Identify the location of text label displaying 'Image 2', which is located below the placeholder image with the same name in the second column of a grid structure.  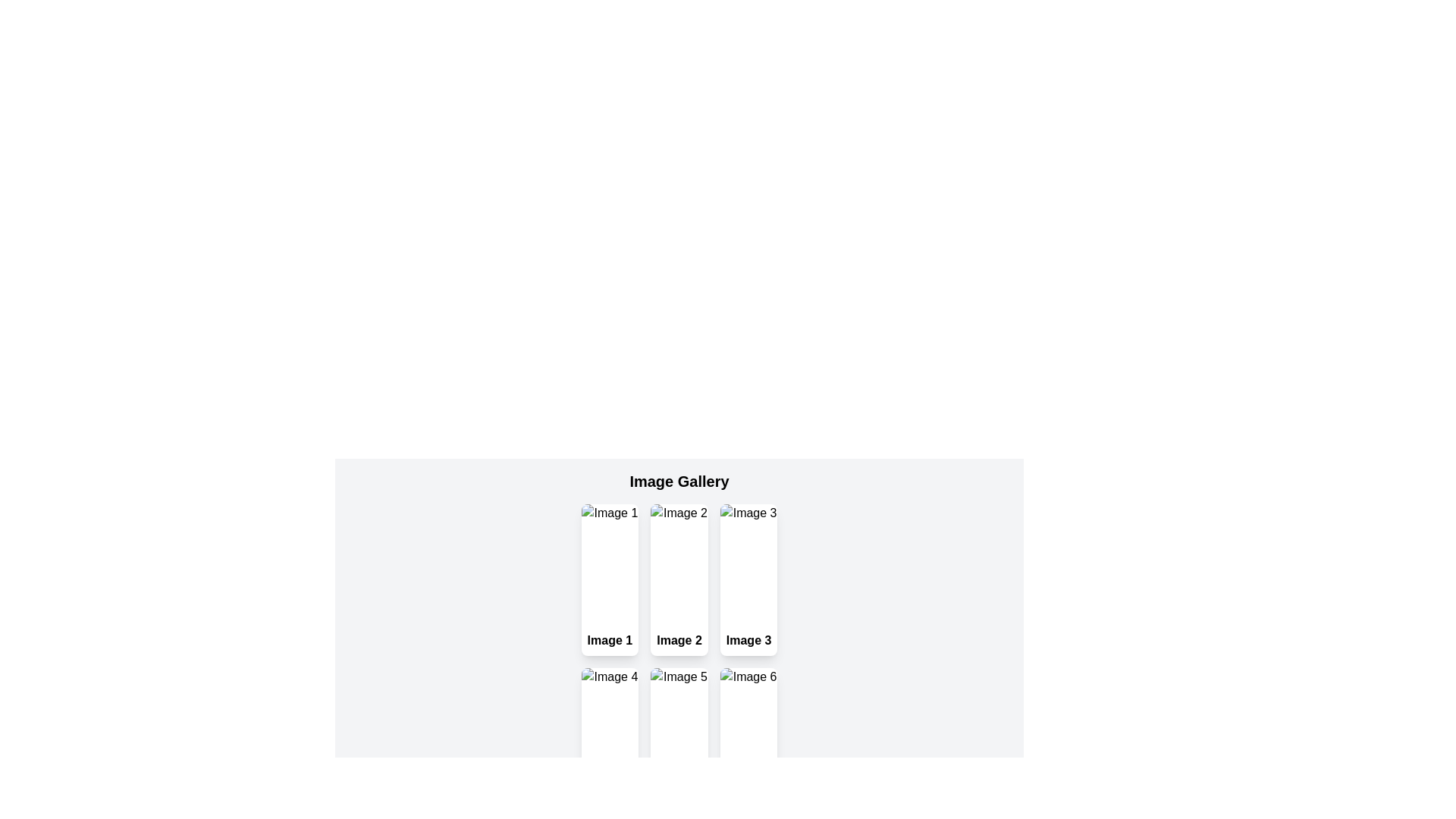
(679, 640).